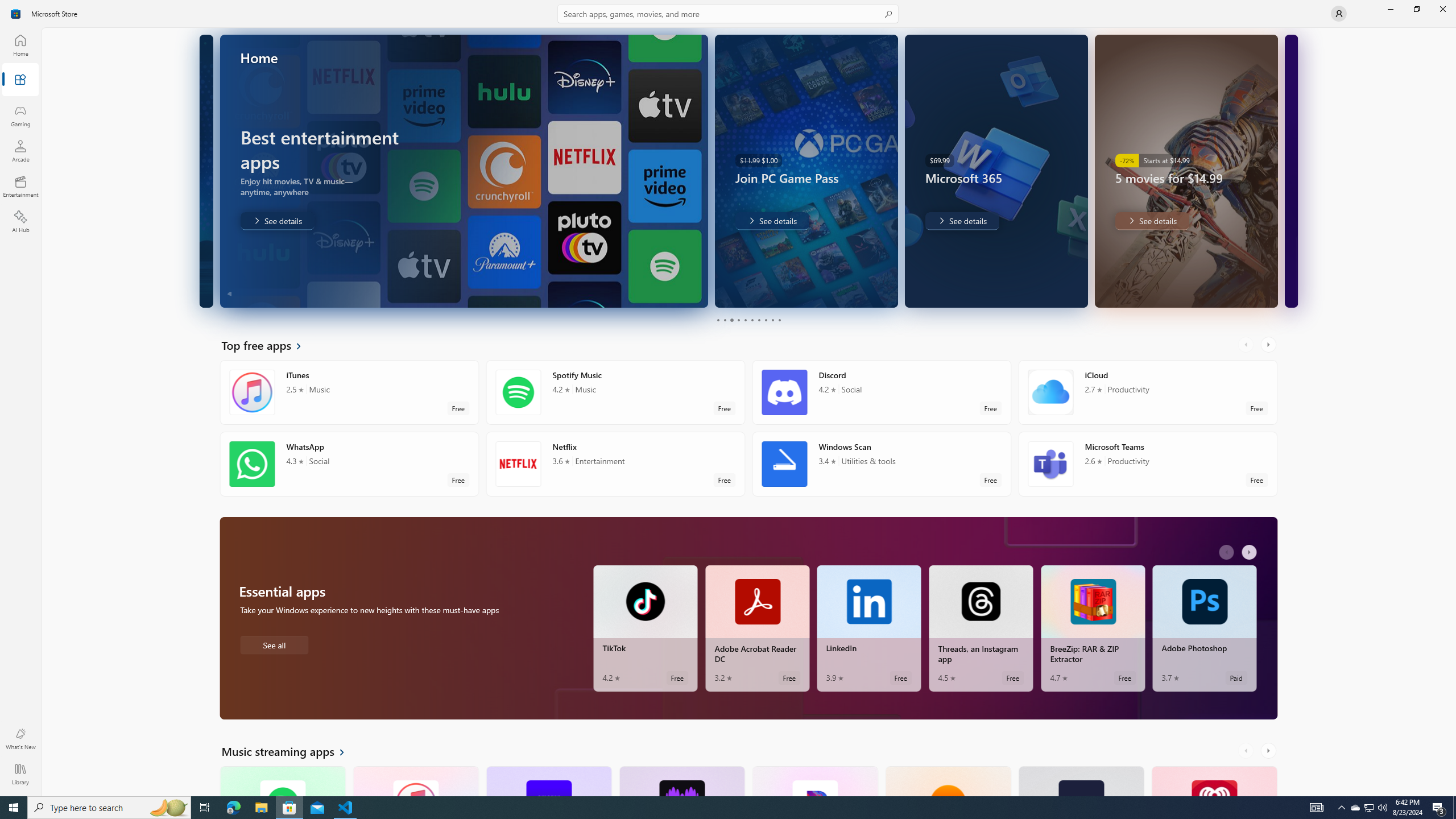 Image resolution: width=1456 pixels, height=819 pixels. I want to click on 'Page 4', so click(737, 320).